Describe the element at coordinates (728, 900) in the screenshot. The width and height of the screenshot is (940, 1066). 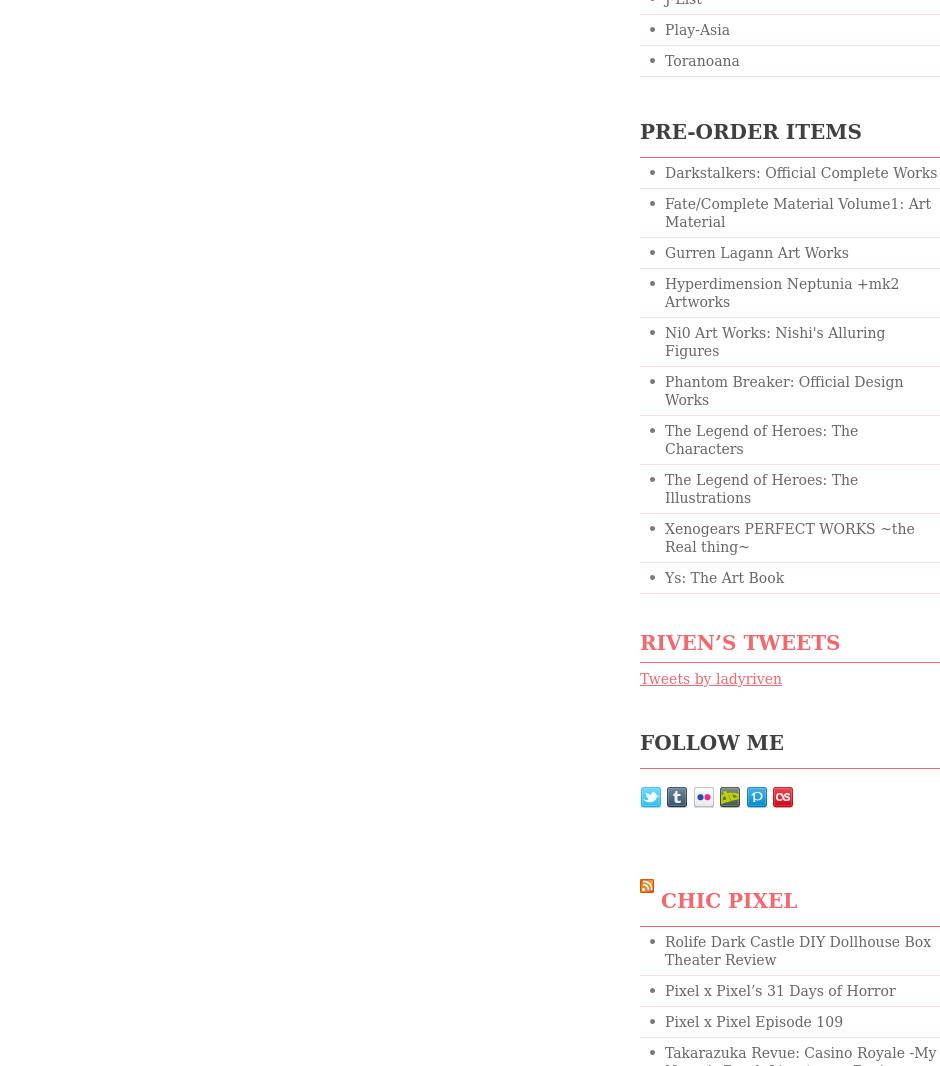
I see `'chic pixel'` at that location.